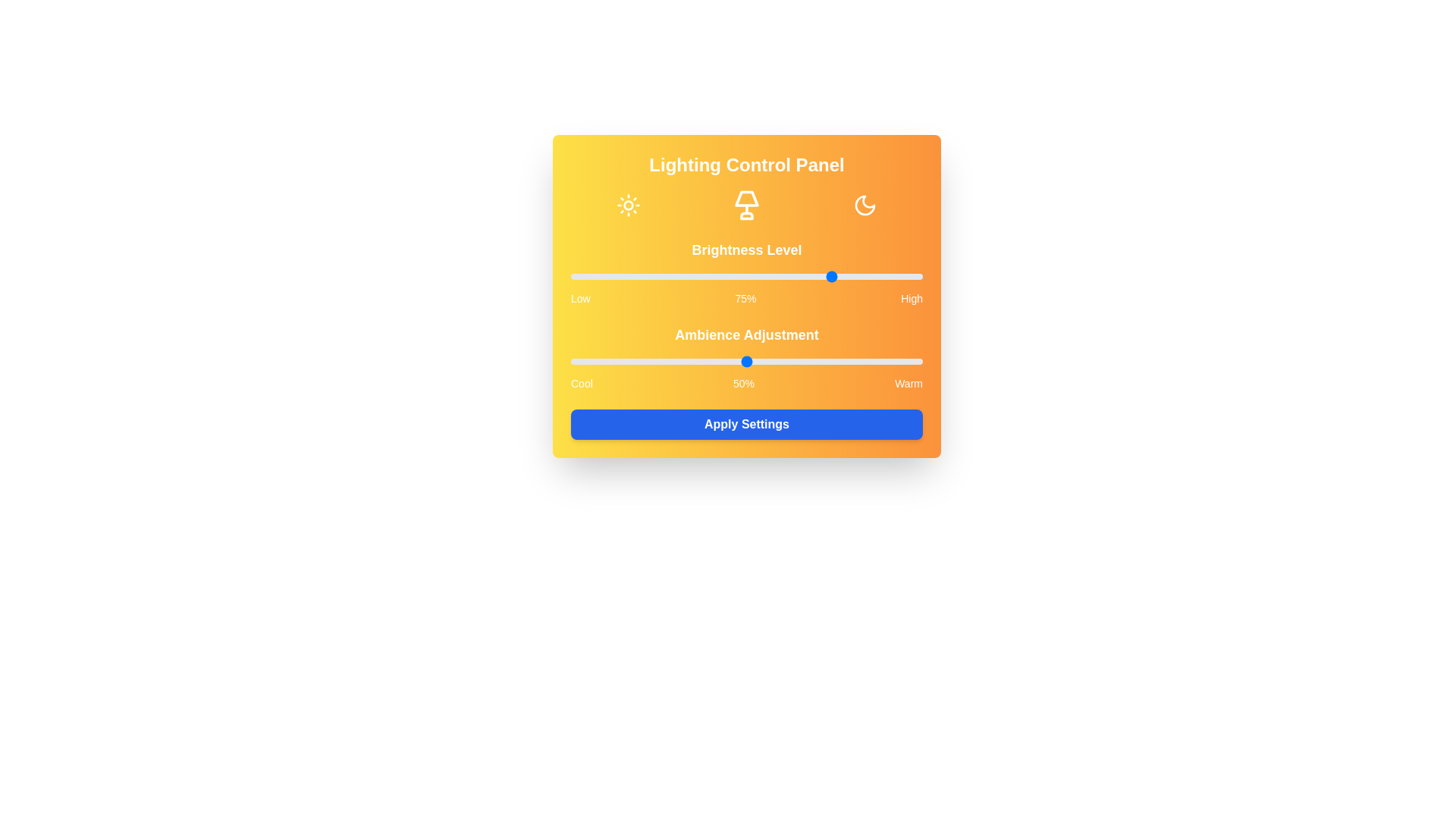  What do you see at coordinates (628, 205) in the screenshot?
I see `the Sun icon to interact with it` at bounding box center [628, 205].